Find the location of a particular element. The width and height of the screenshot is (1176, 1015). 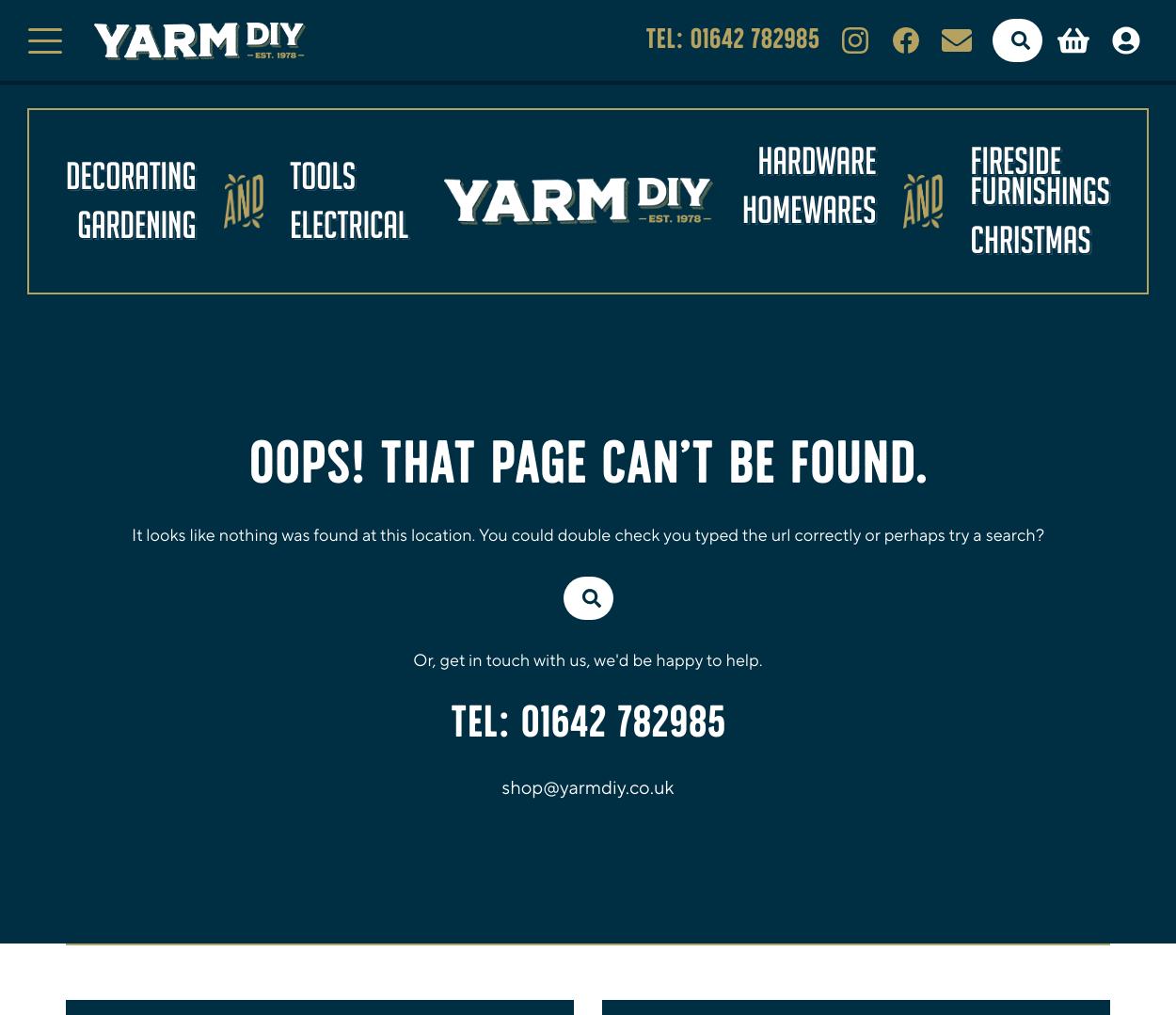

'TEL: 01642 782985' is located at coordinates (586, 722).